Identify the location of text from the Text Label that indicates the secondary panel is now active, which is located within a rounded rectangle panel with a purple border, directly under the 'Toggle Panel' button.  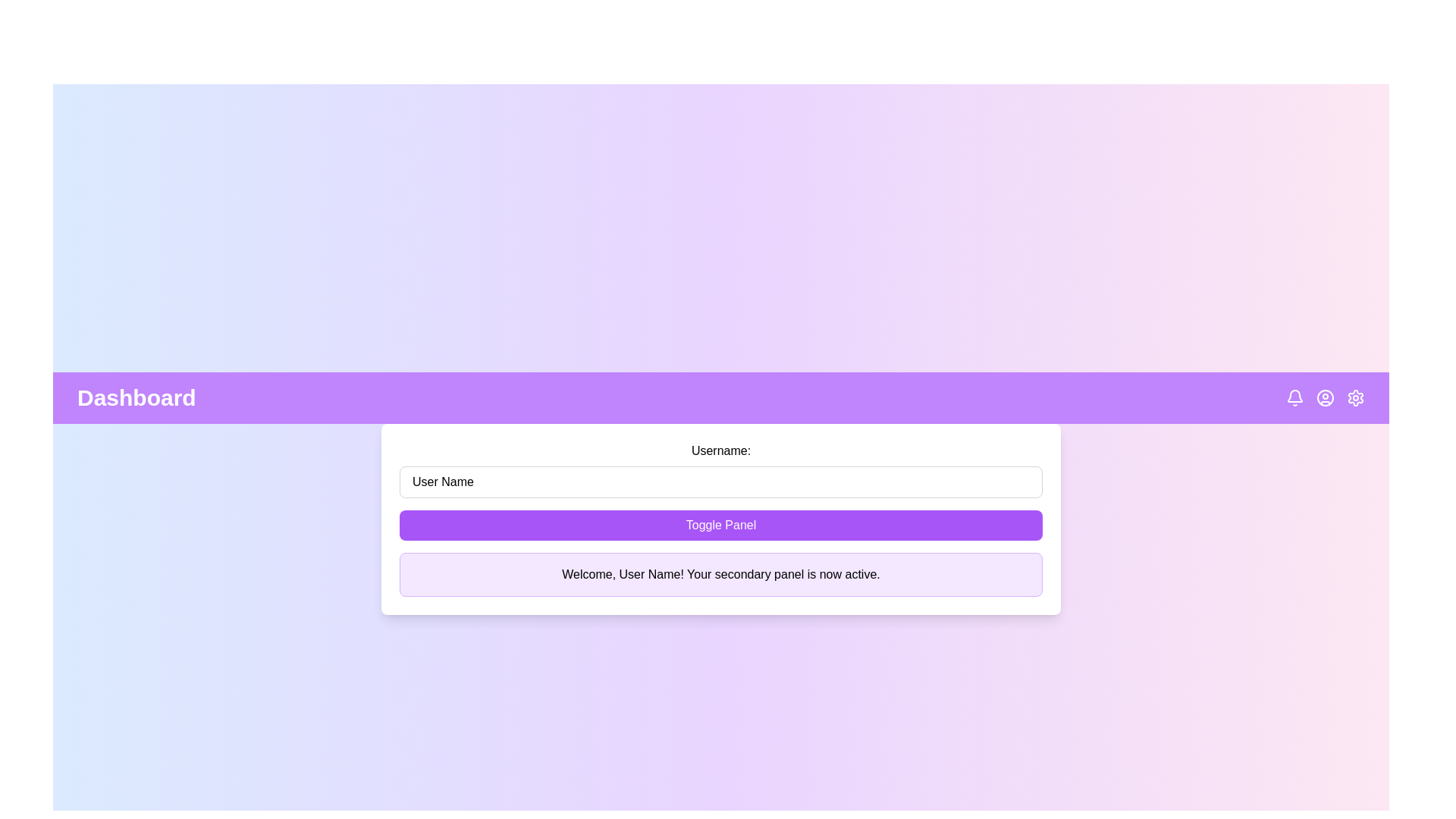
(720, 575).